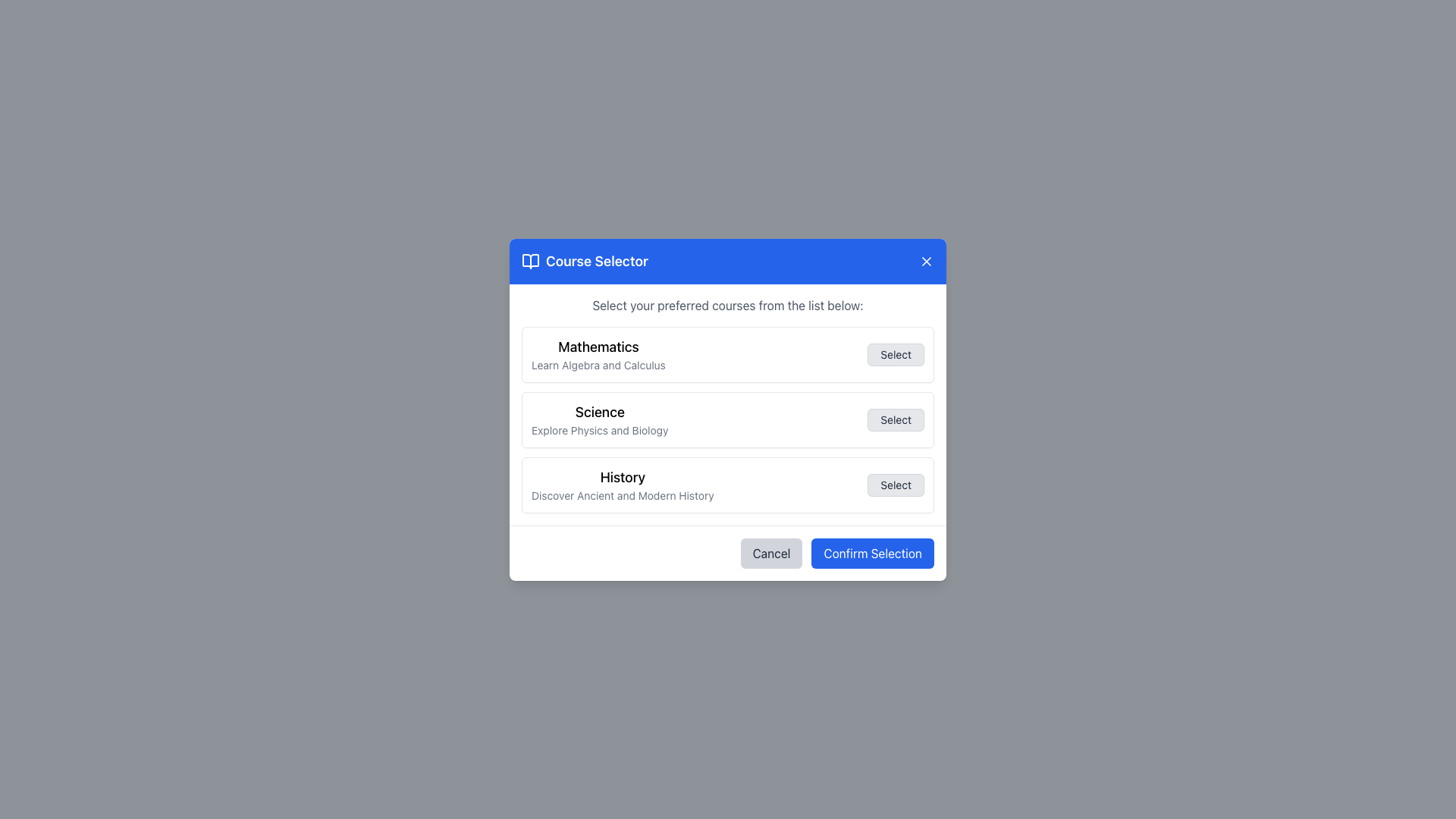 The width and height of the screenshot is (1456, 819). What do you see at coordinates (896, 485) in the screenshot?
I see `the 'Select' button, which is a rectangular button with rounded corners, light grey background, and black centered text, located at the far right of the course information for 'History'` at bounding box center [896, 485].